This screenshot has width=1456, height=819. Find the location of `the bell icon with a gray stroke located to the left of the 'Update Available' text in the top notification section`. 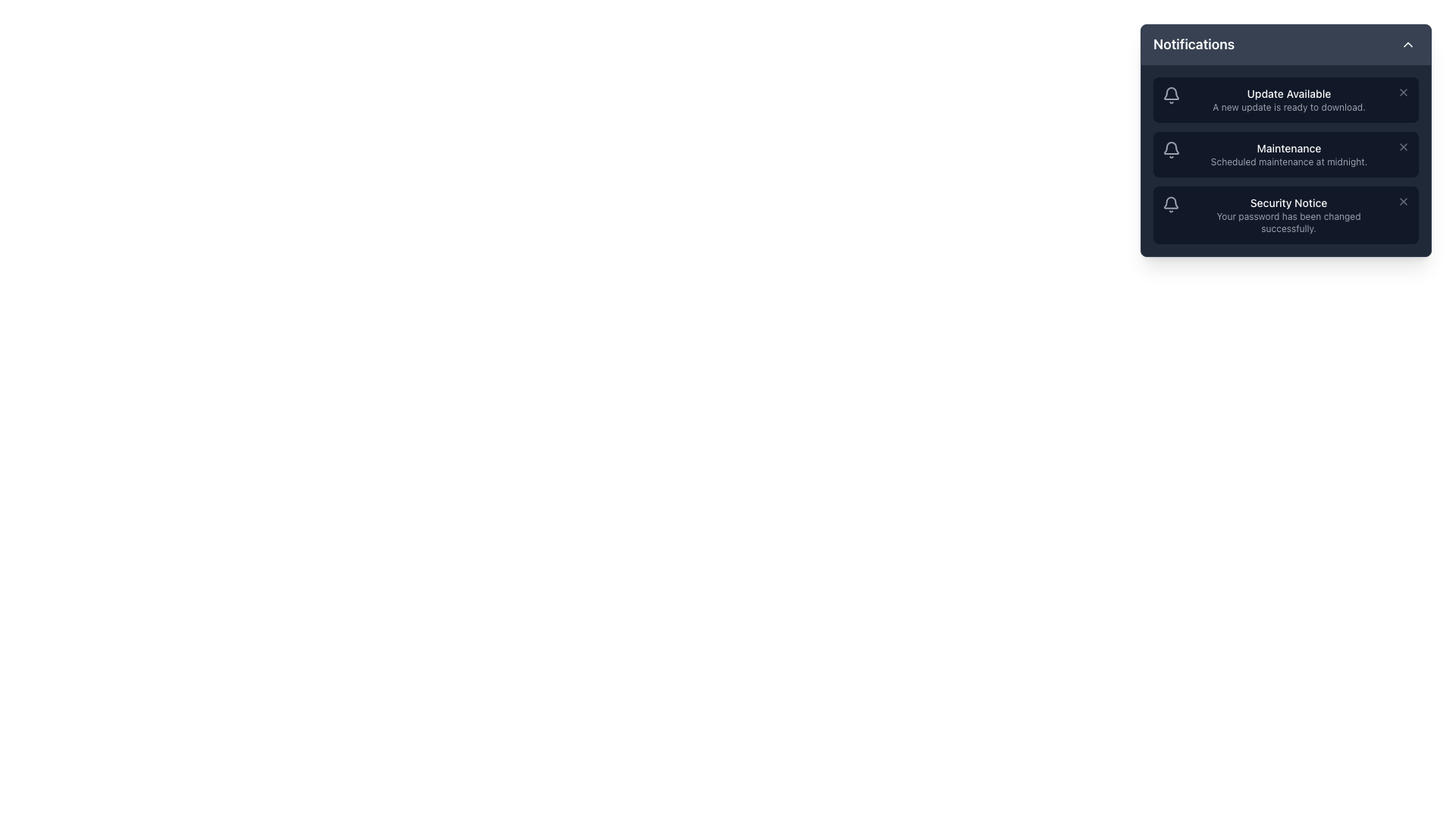

the bell icon with a gray stroke located to the left of the 'Update Available' text in the top notification section is located at coordinates (1171, 96).